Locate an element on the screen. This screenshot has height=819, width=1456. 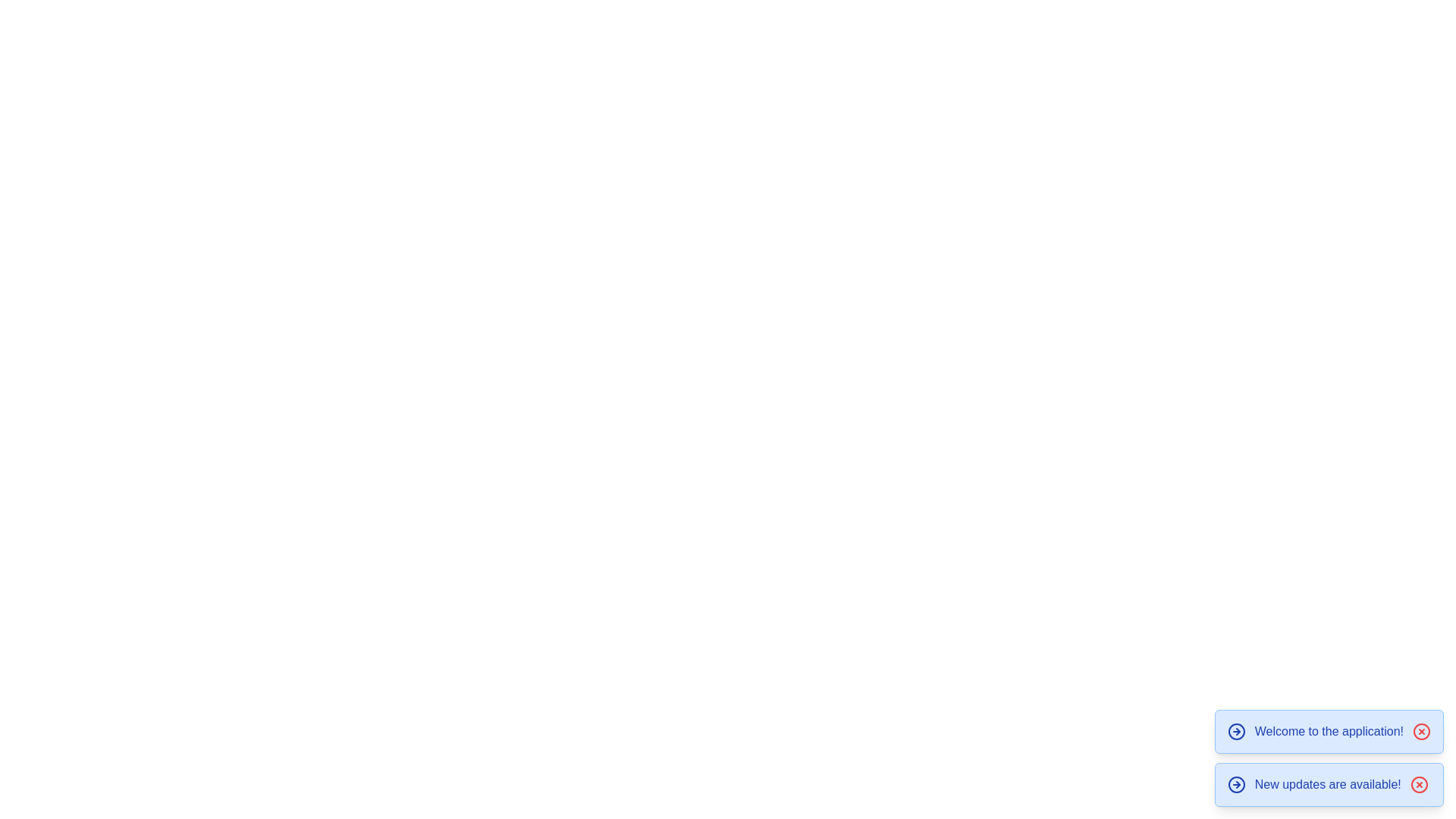
the circular part of the second notification's arrow icon located in the notification panel at the bottom-right corner of the interface is located at coordinates (1236, 784).